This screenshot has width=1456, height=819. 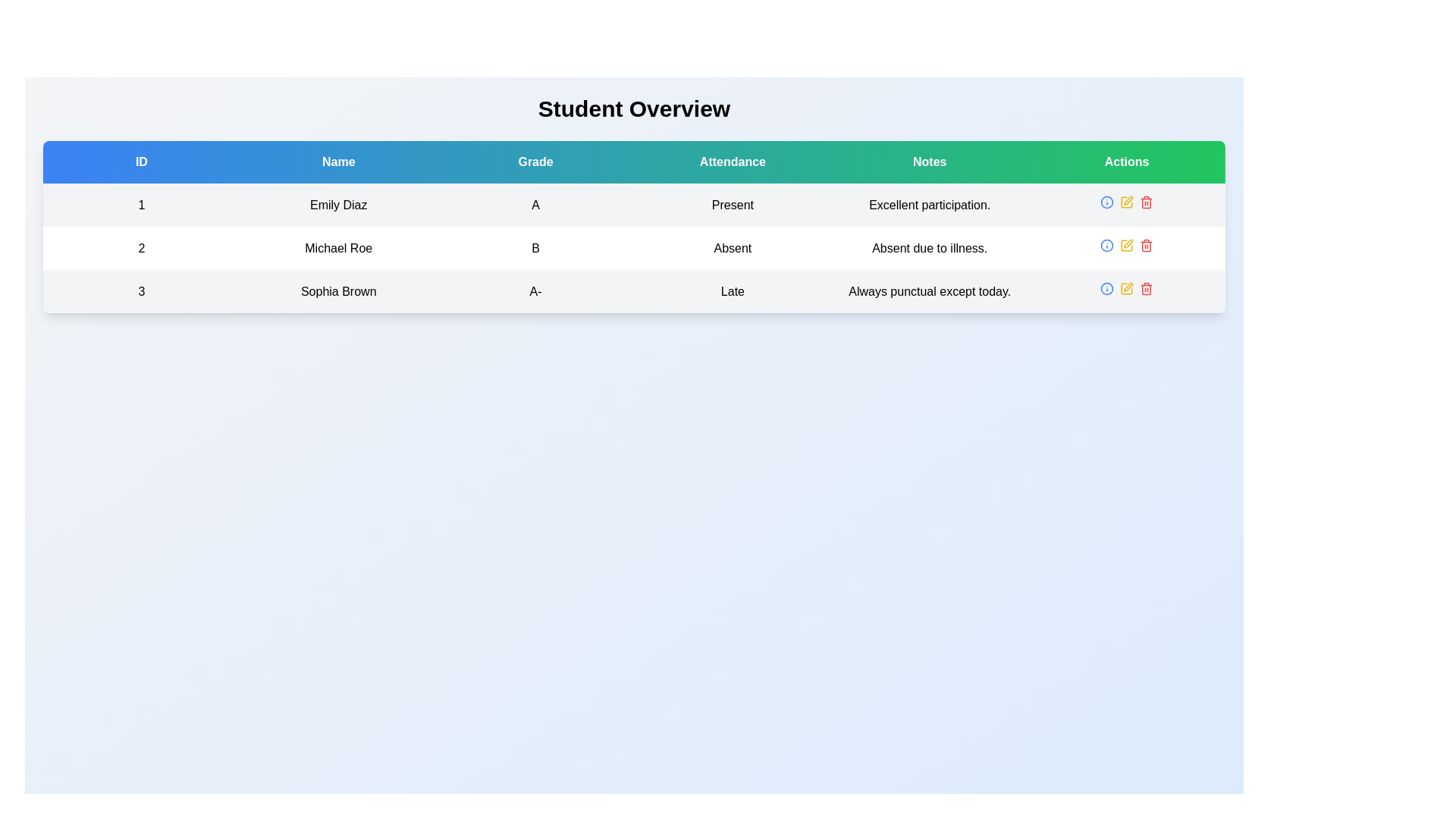 I want to click on the delete button located in the 'Actions' column of the third row in the table, so click(x=1147, y=201).